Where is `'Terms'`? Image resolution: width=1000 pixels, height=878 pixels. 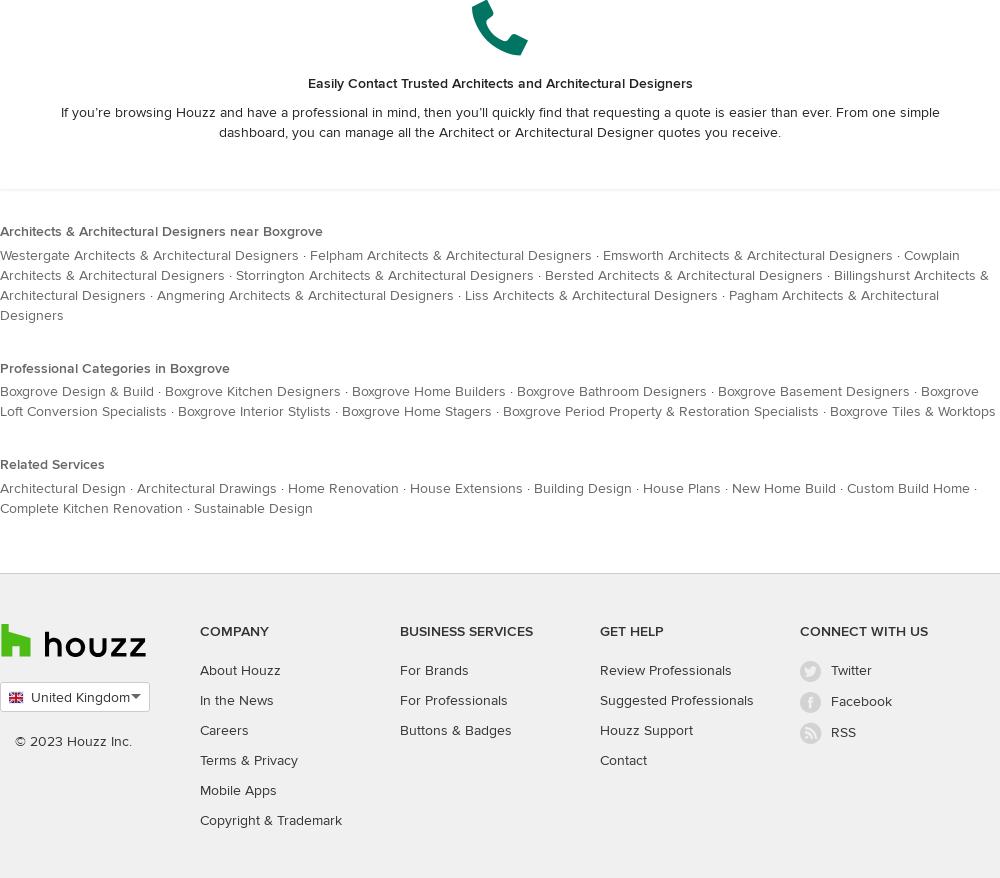
'Terms' is located at coordinates (217, 759).